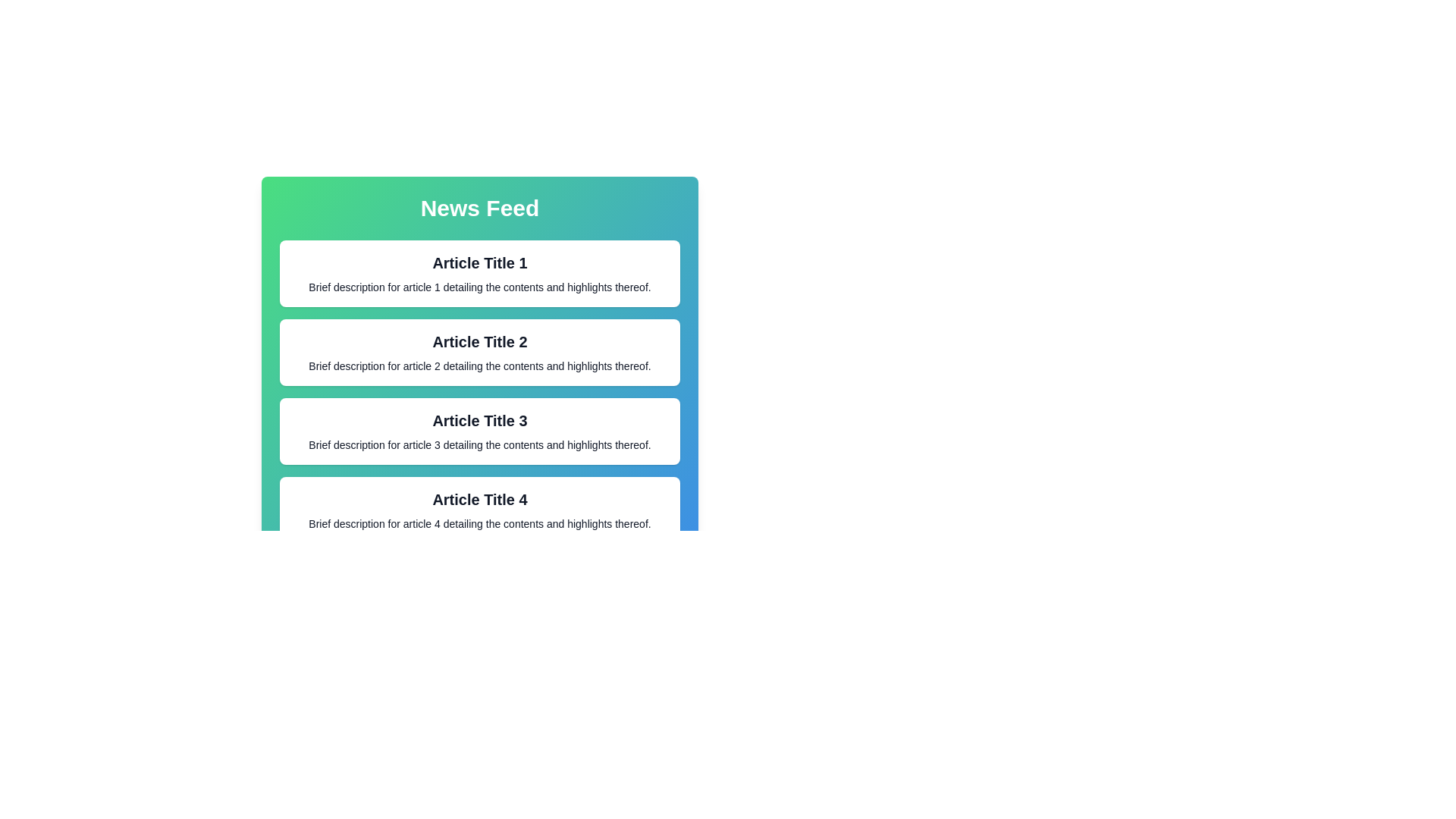  I want to click on the first card in the News Feed section, so click(479, 274).